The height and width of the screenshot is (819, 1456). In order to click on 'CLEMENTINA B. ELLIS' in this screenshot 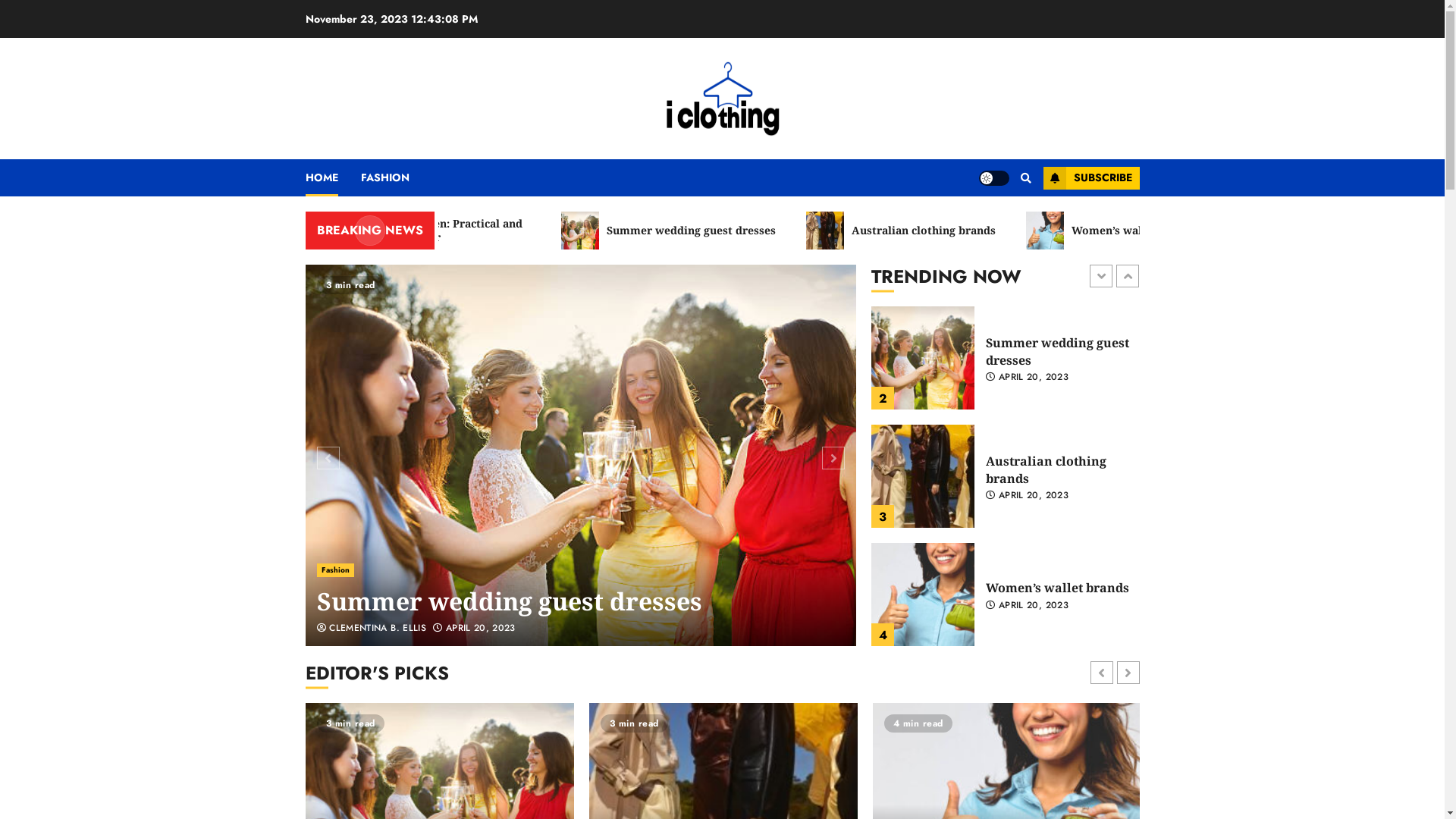, I will do `click(372, 629)`.